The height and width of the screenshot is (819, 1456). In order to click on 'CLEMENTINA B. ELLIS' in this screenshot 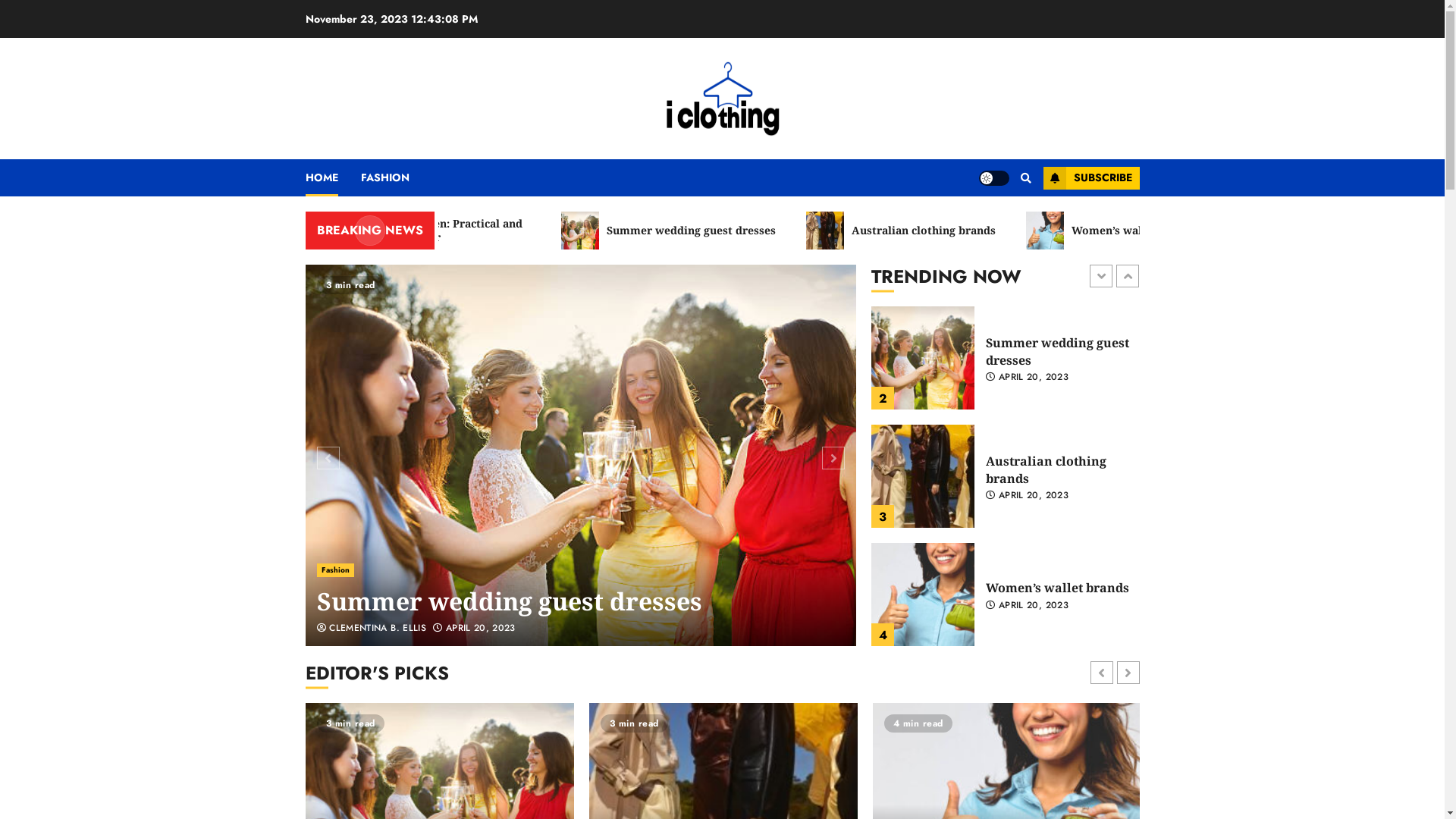, I will do `click(372, 629)`.